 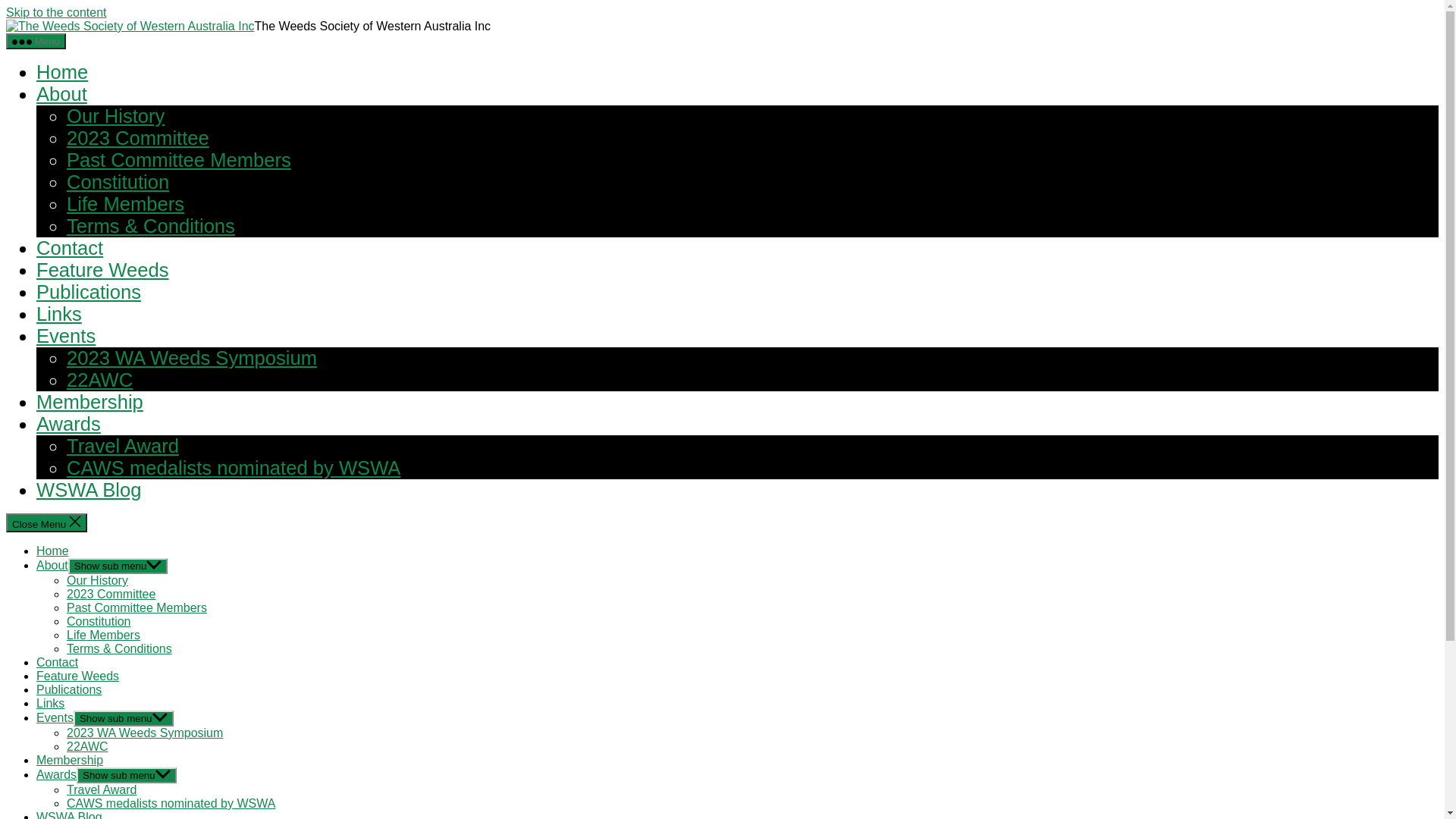 I want to click on 'Home', so click(x=61, y=72).